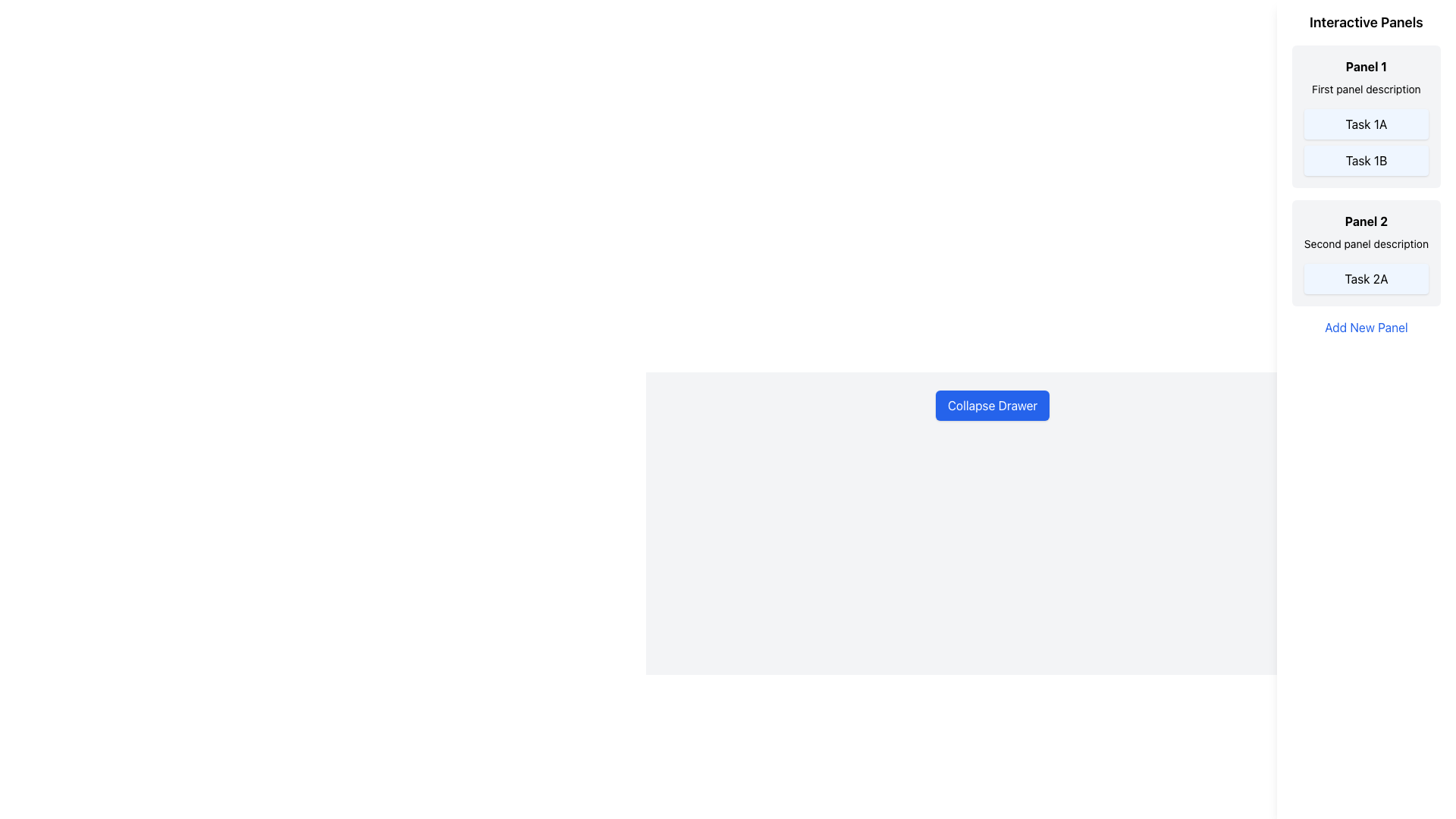  Describe the element at coordinates (1366, 221) in the screenshot. I see `the title label of the second panel in the 'Interactive Panels' section, which indicates the content within the panel` at that location.